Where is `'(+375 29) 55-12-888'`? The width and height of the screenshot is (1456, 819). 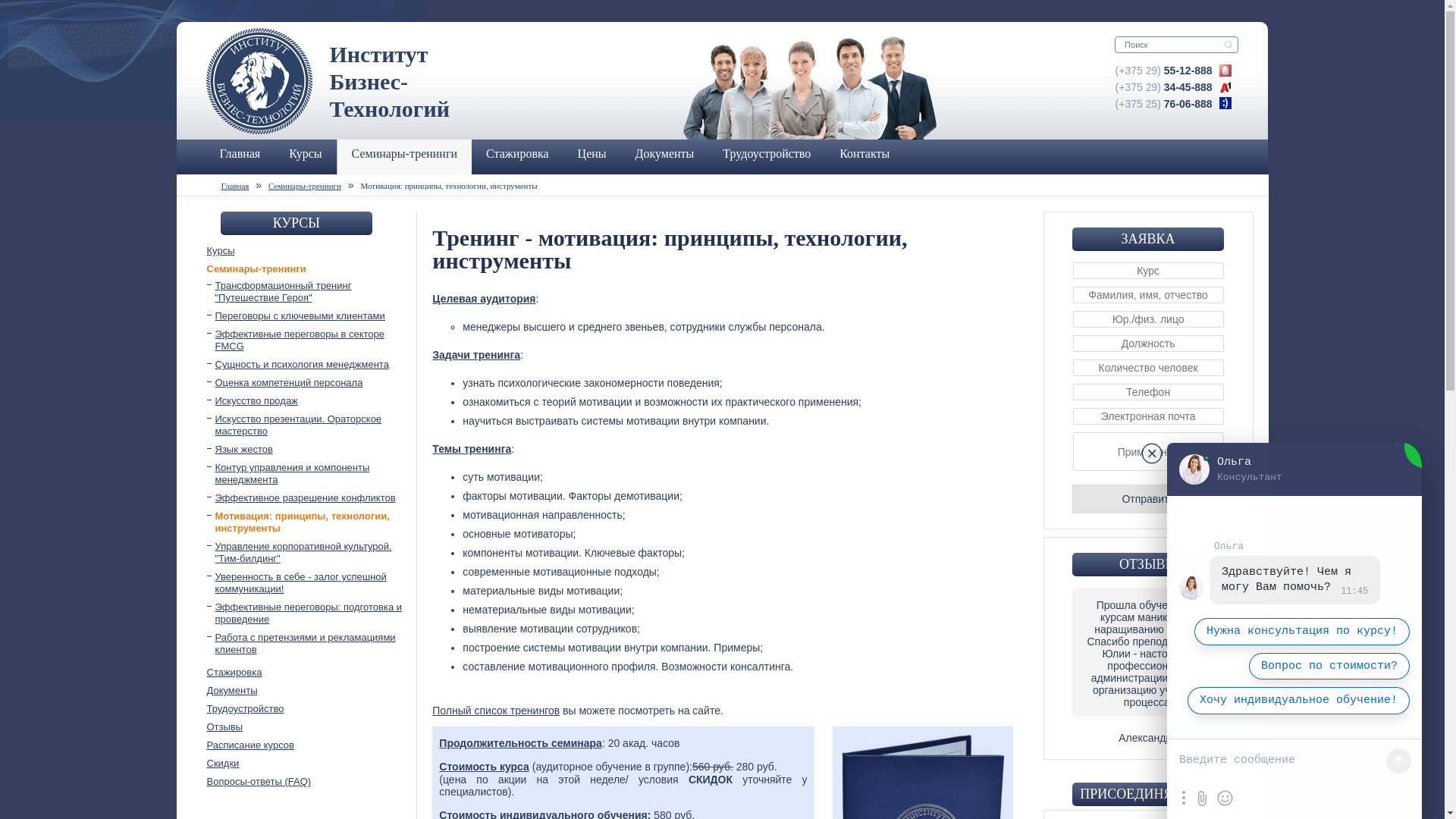
'(+375 29) 55-12-888' is located at coordinates (1163, 70).